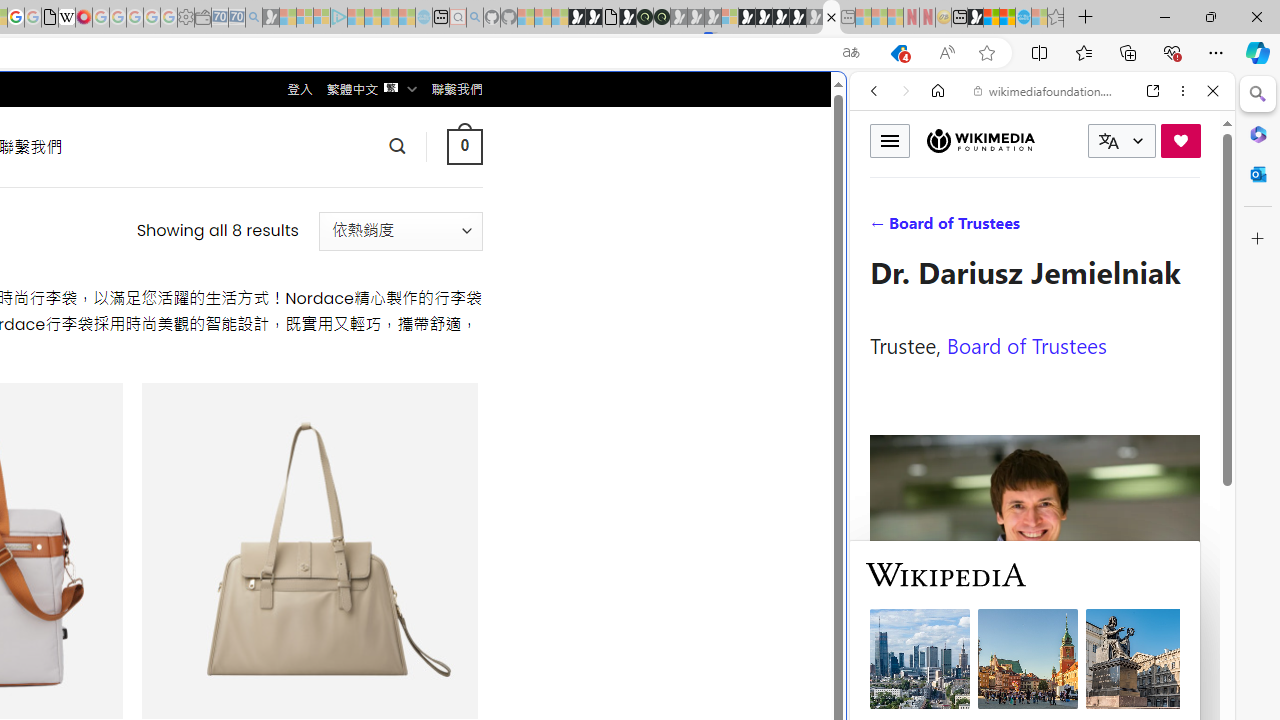 This screenshot has width=1280, height=720. I want to click on 'Donate now', so click(1180, 139).